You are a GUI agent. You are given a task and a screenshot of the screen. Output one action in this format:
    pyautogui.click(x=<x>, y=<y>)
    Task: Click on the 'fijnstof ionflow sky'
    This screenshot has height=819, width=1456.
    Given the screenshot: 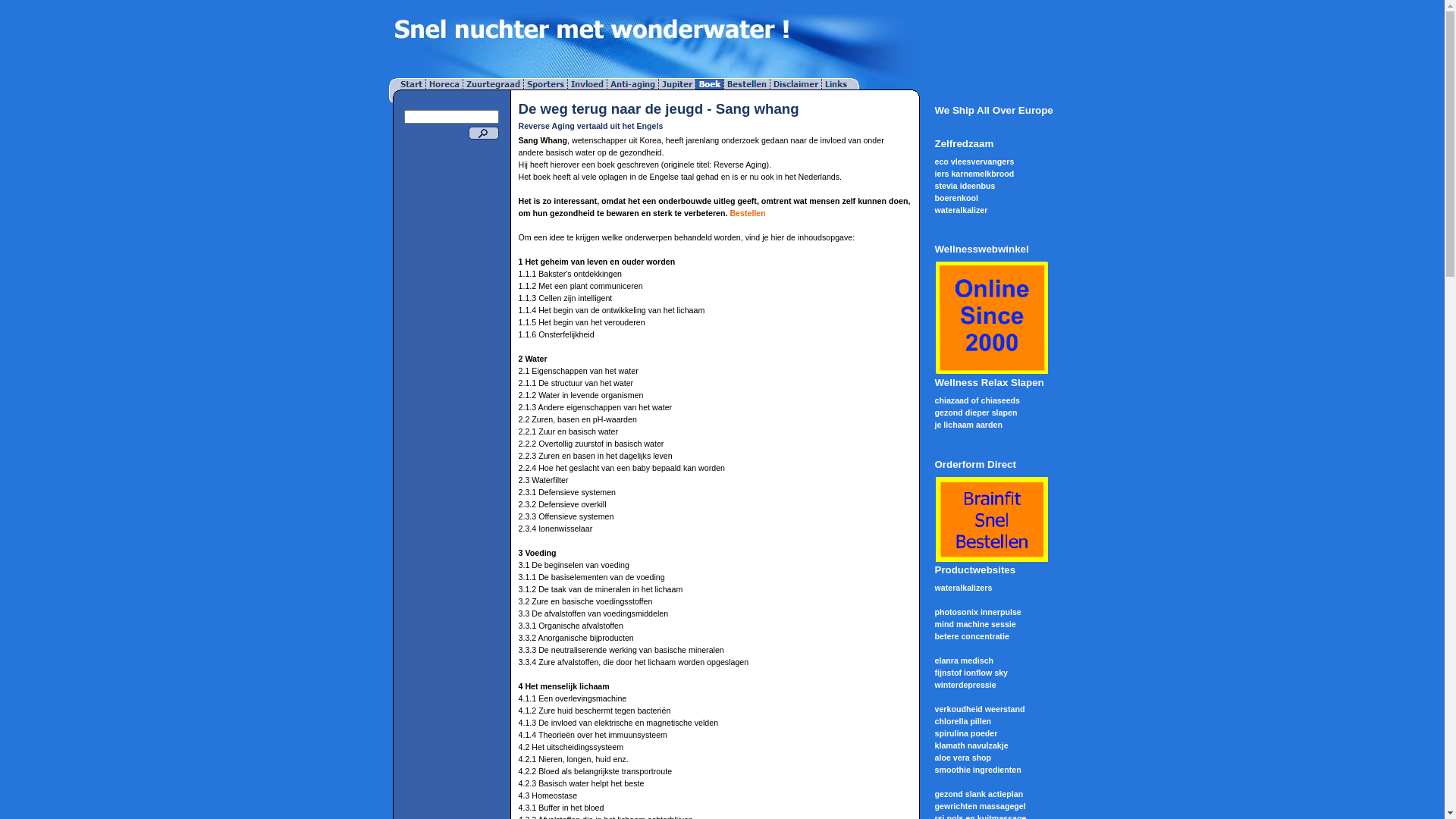 What is the action you would take?
    pyautogui.click(x=971, y=672)
    